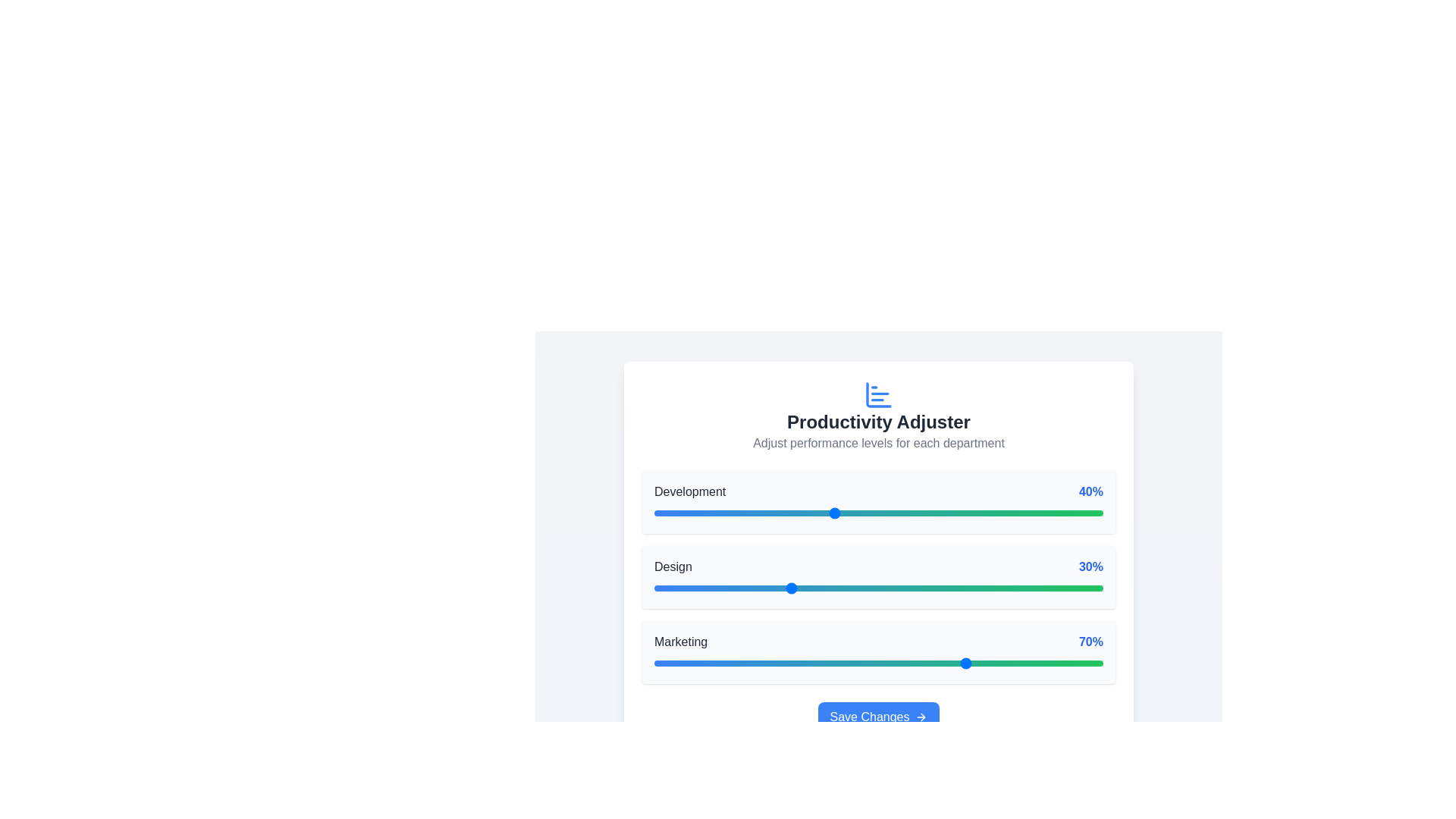 The image size is (1456, 819). I want to click on the submission button located at the bottom of the panel, so click(878, 717).